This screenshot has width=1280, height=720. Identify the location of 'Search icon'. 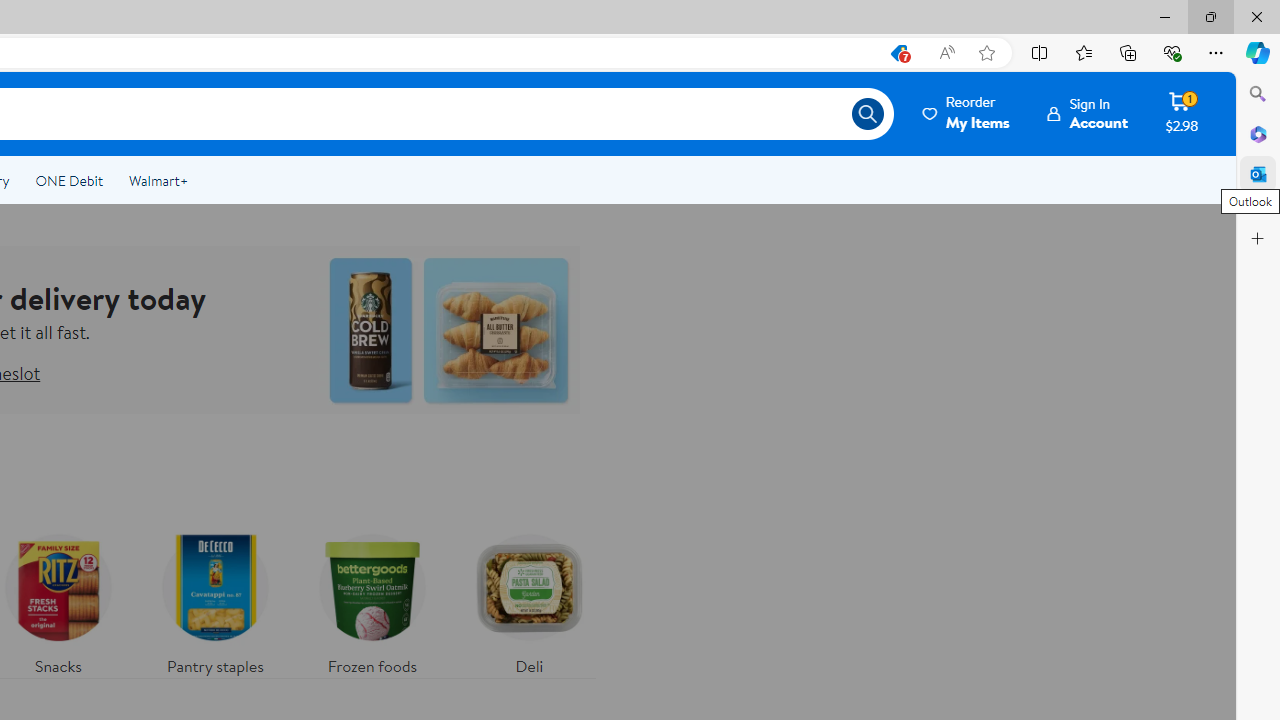
(867, 114).